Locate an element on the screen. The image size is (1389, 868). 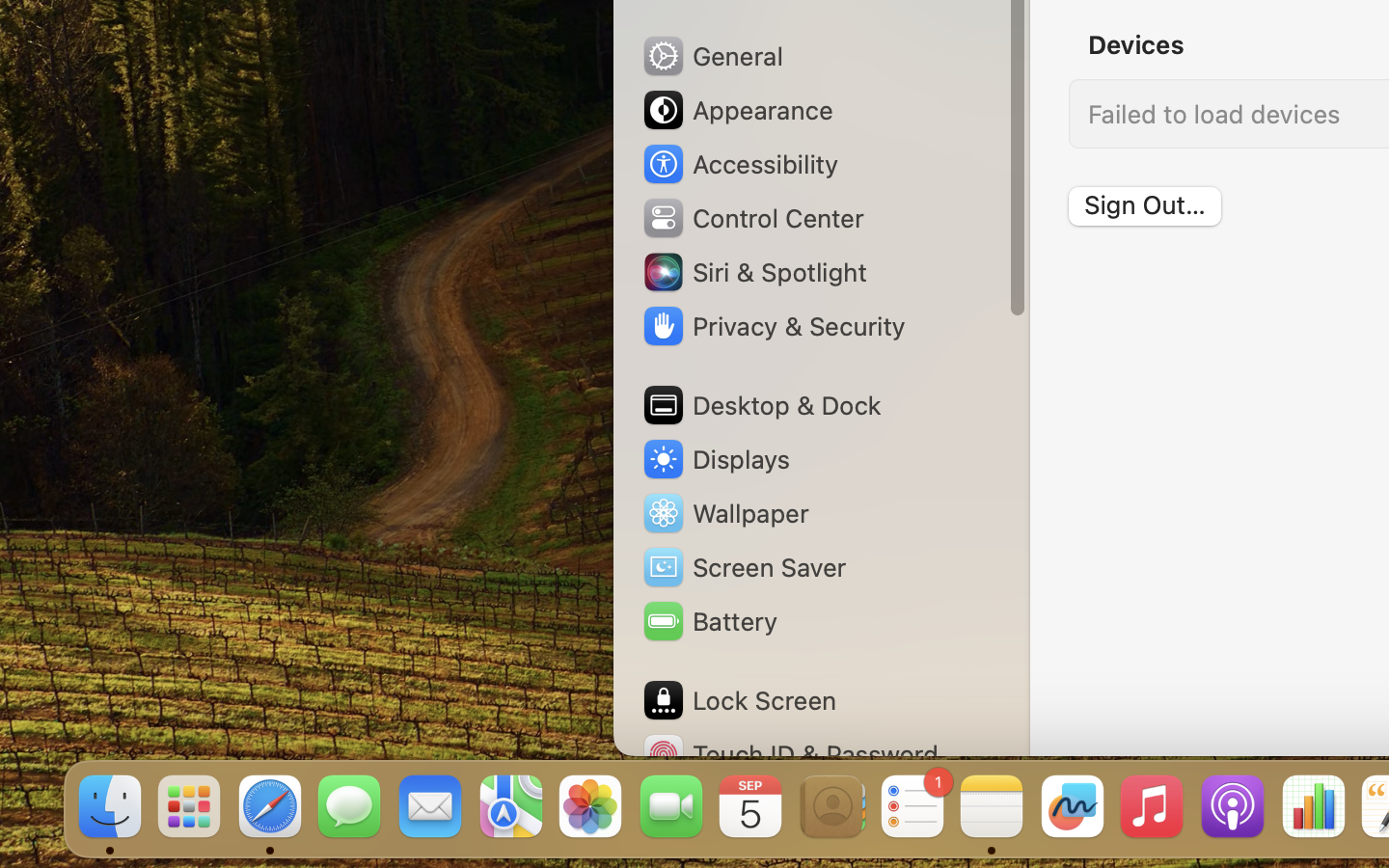
'General' is located at coordinates (710, 54).